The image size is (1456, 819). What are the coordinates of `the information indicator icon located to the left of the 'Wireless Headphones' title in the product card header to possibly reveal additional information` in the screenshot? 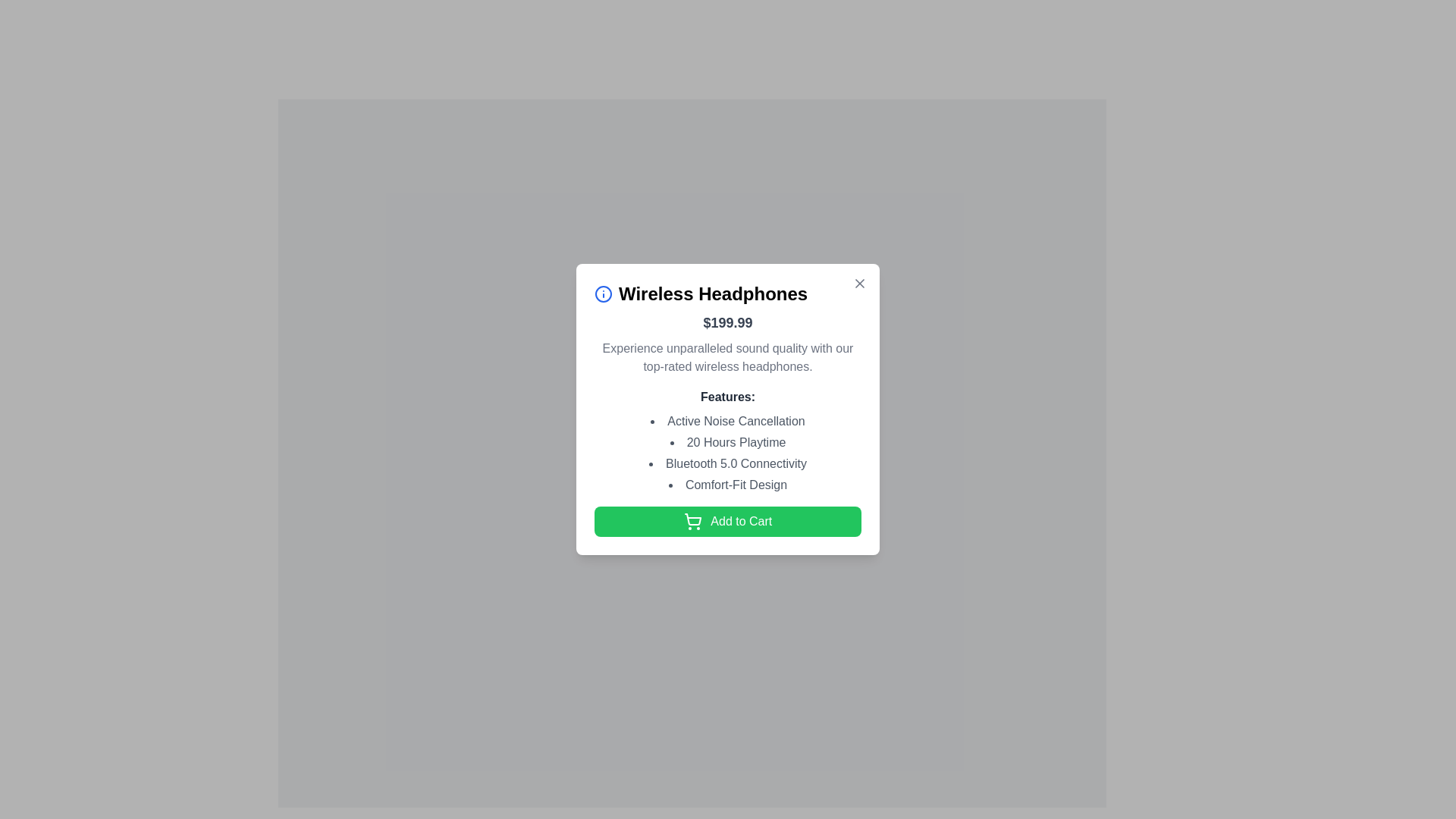 It's located at (603, 293).